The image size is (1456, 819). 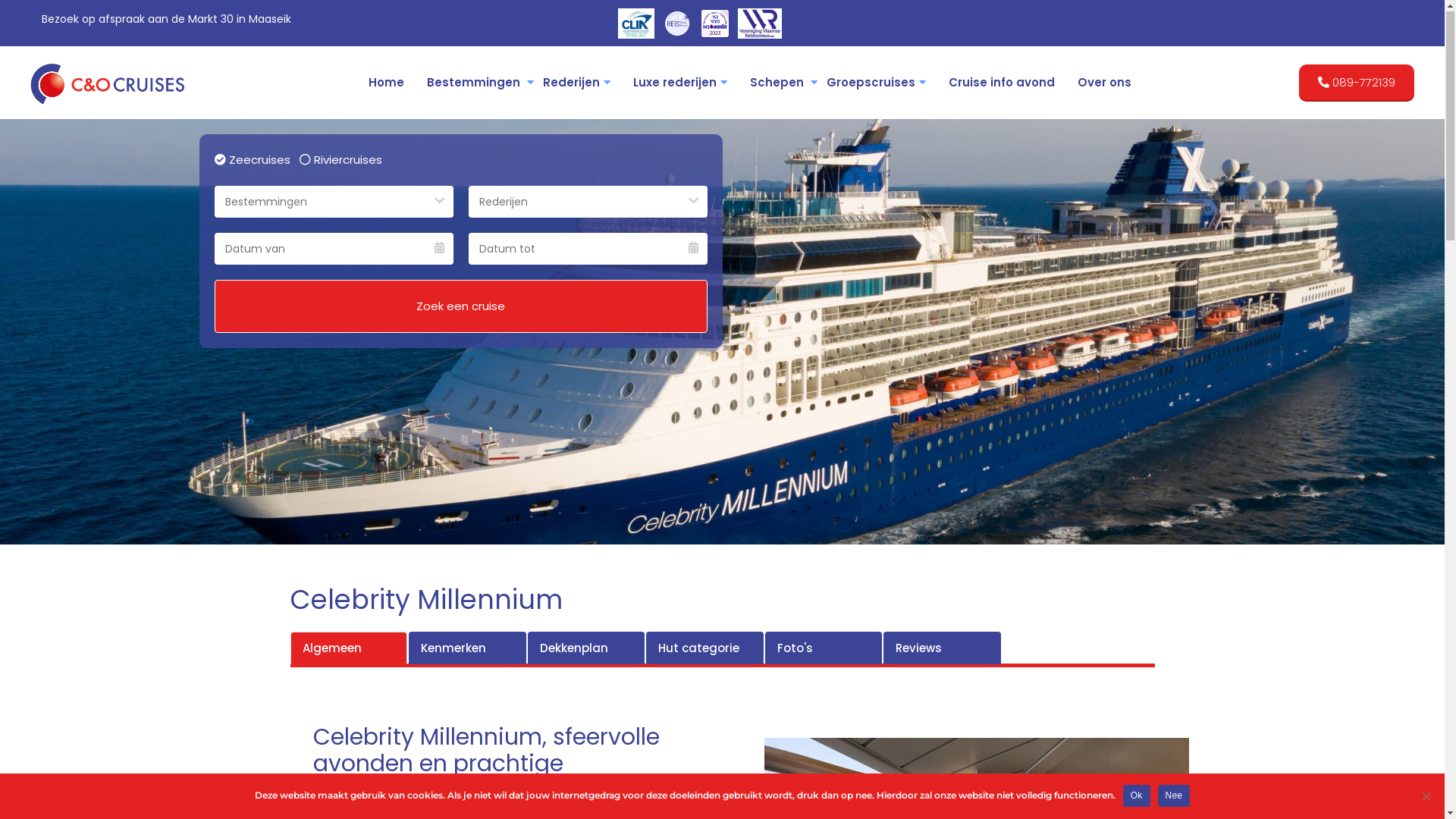 What do you see at coordinates (883, 648) in the screenshot?
I see `'Reviews'` at bounding box center [883, 648].